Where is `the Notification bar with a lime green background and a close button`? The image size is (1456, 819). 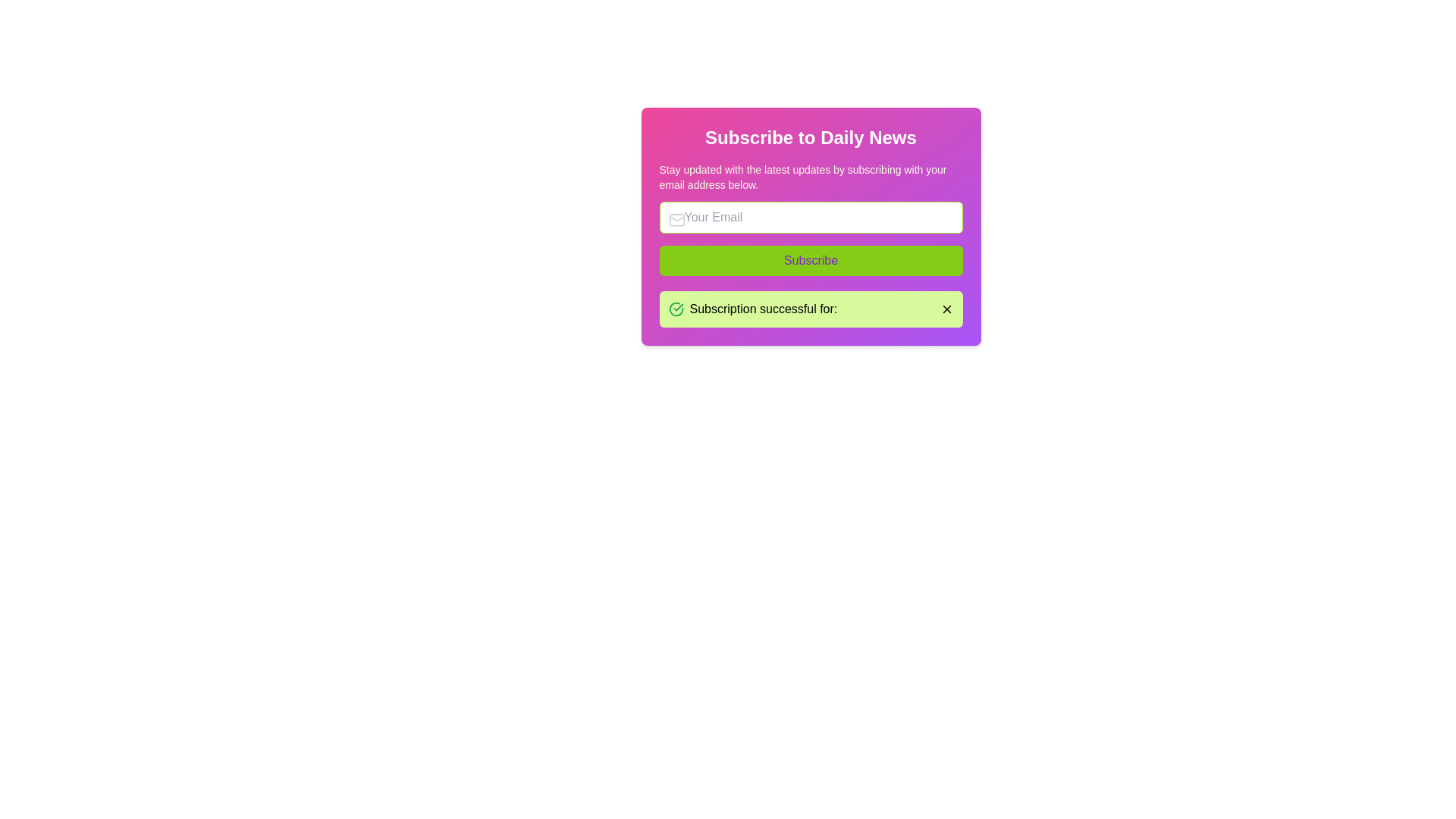
the Notification bar with a lime green background and a close button is located at coordinates (810, 309).